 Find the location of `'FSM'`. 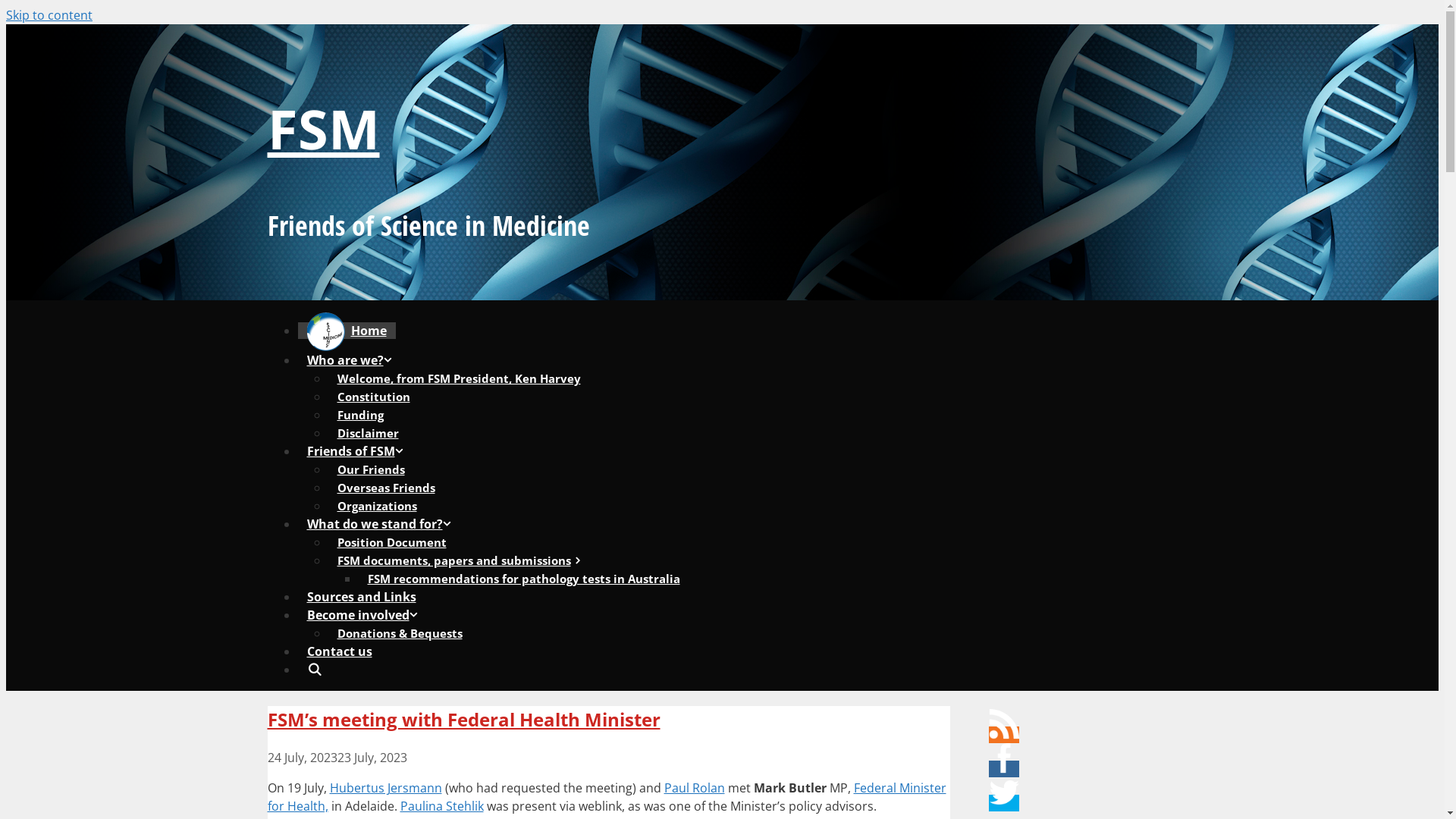

'FSM' is located at coordinates (322, 127).